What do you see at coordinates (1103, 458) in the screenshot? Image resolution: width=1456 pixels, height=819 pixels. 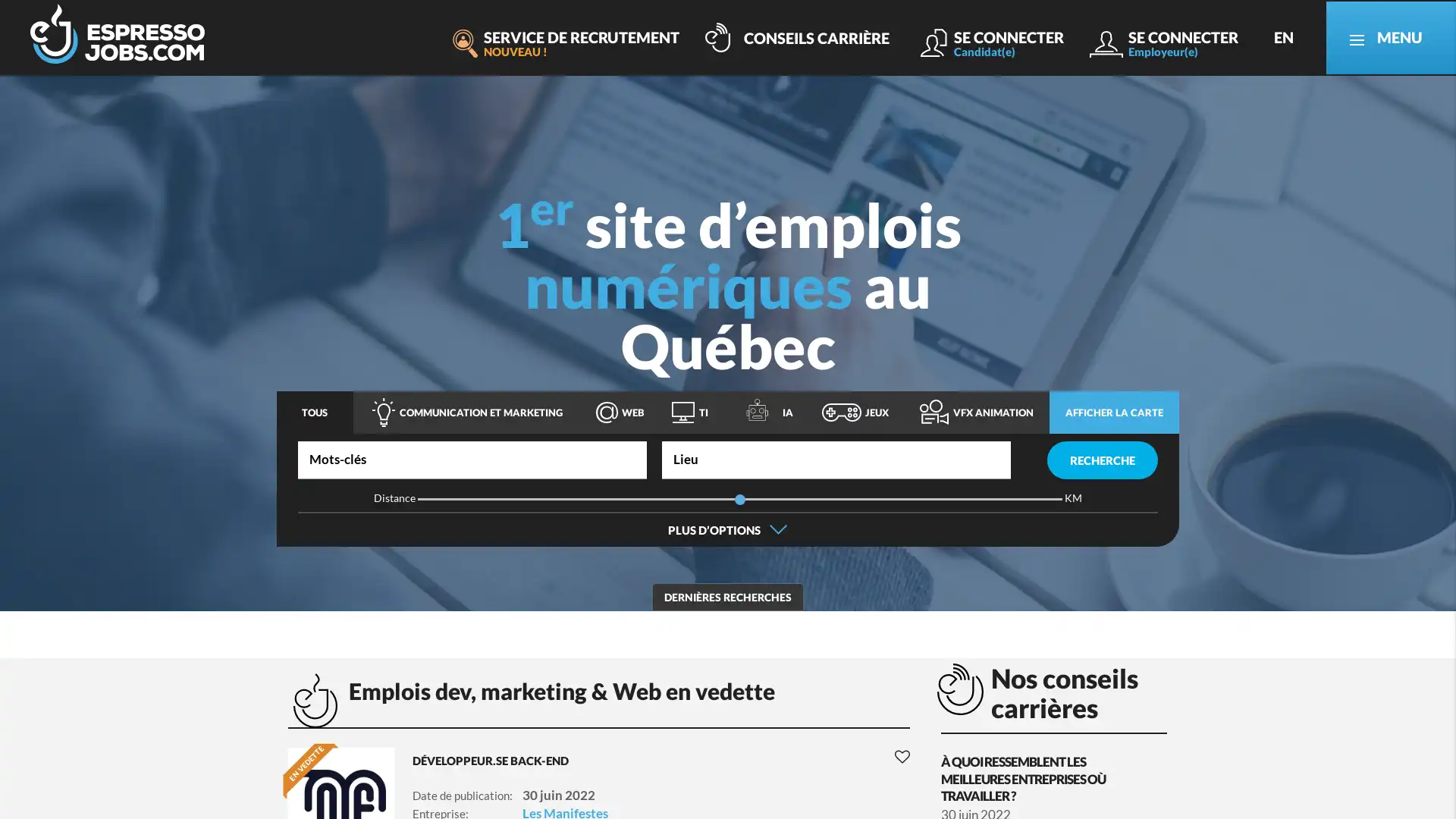 I see `RECHERCHE` at bounding box center [1103, 458].